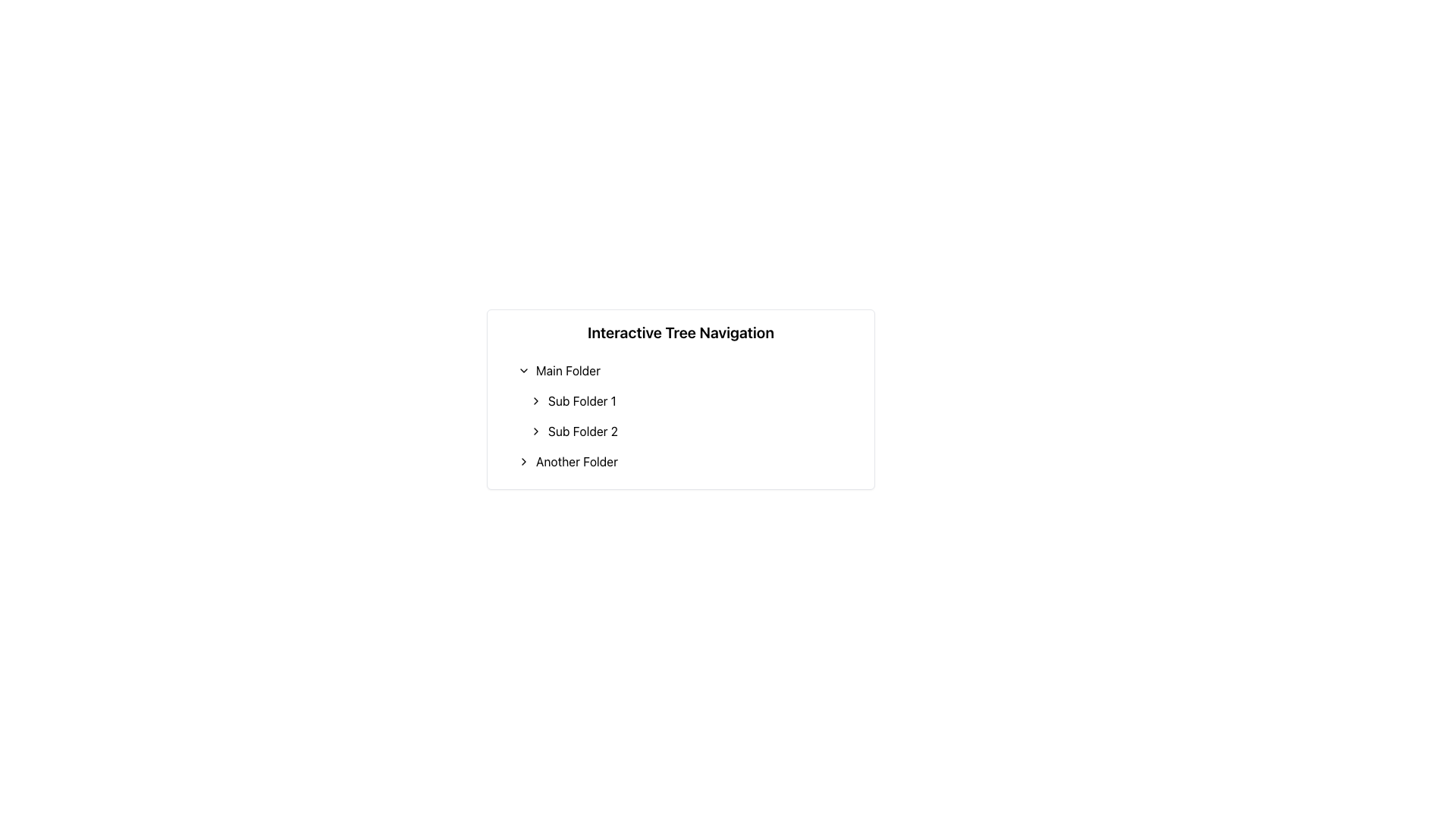 This screenshot has height=819, width=1456. I want to click on the right-facing chevron icon that indicates the expandable option for 'Sub Folder 1', which is aligned horizontally with the text 'Sub Folder 1', so click(535, 400).